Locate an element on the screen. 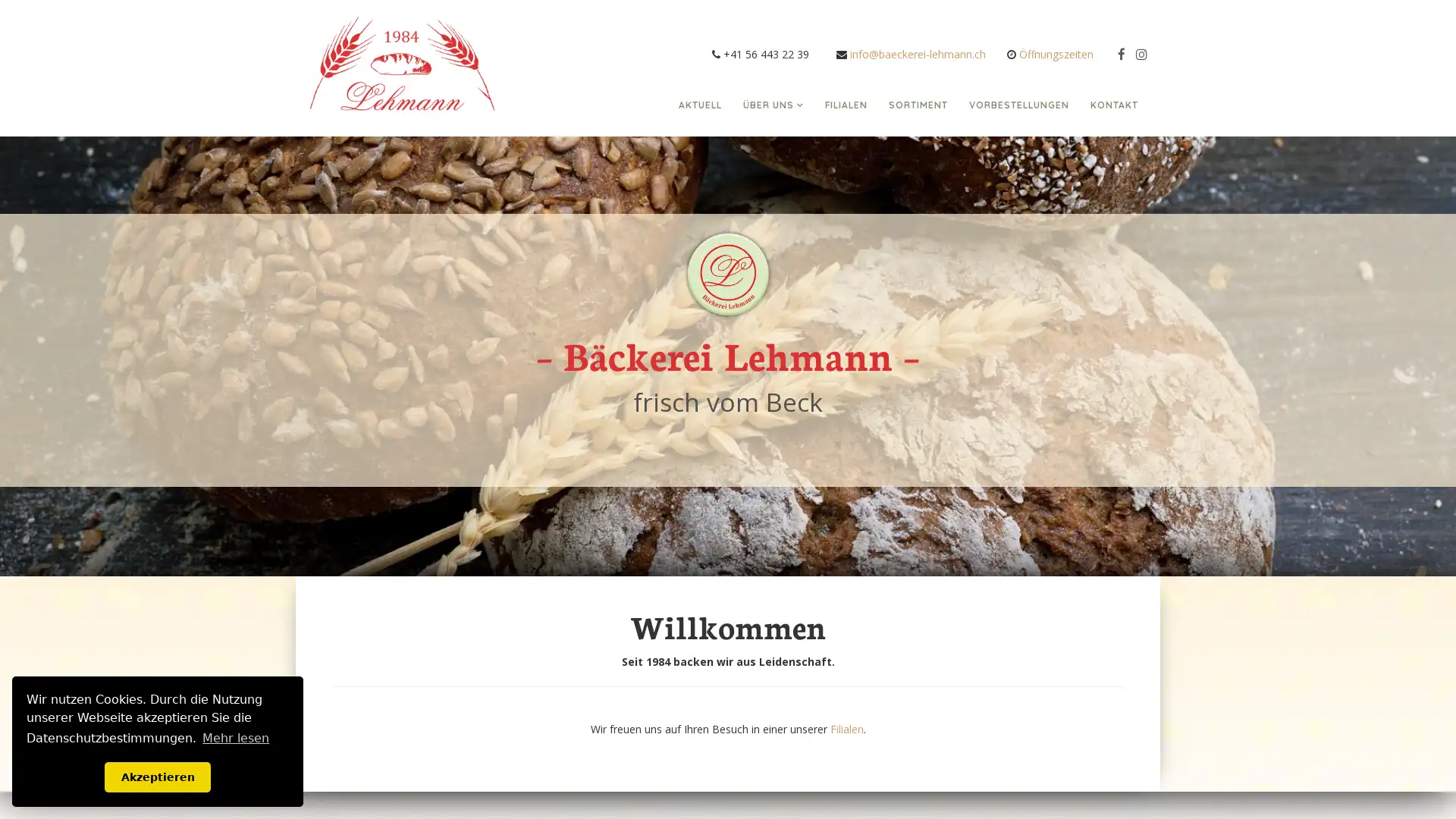 The image size is (1456, 819). dismiss cookie message is located at coordinates (157, 777).